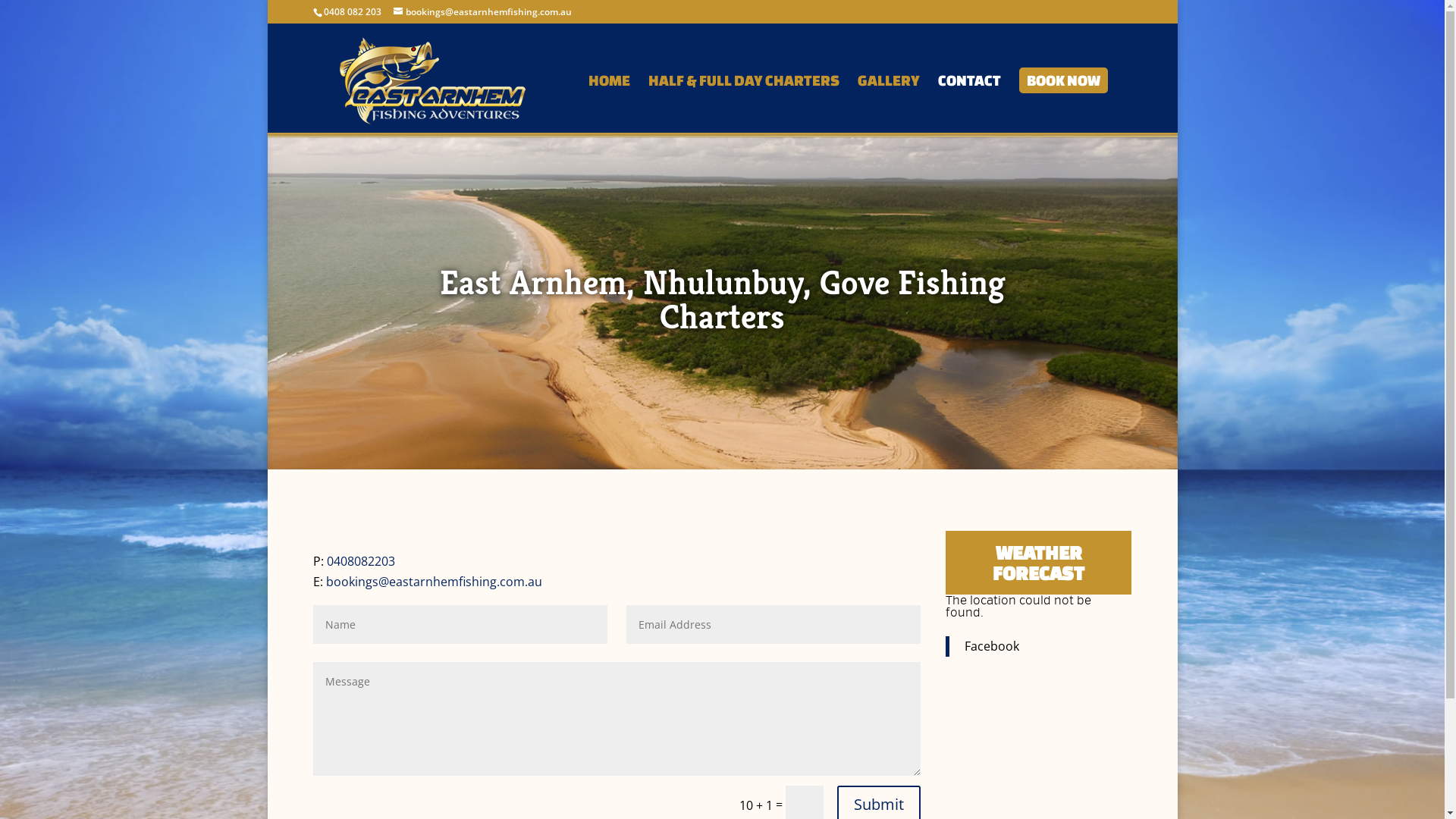 The width and height of the screenshot is (1456, 819). What do you see at coordinates (991, 646) in the screenshot?
I see `'Facebook'` at bounding box center [991, 646].